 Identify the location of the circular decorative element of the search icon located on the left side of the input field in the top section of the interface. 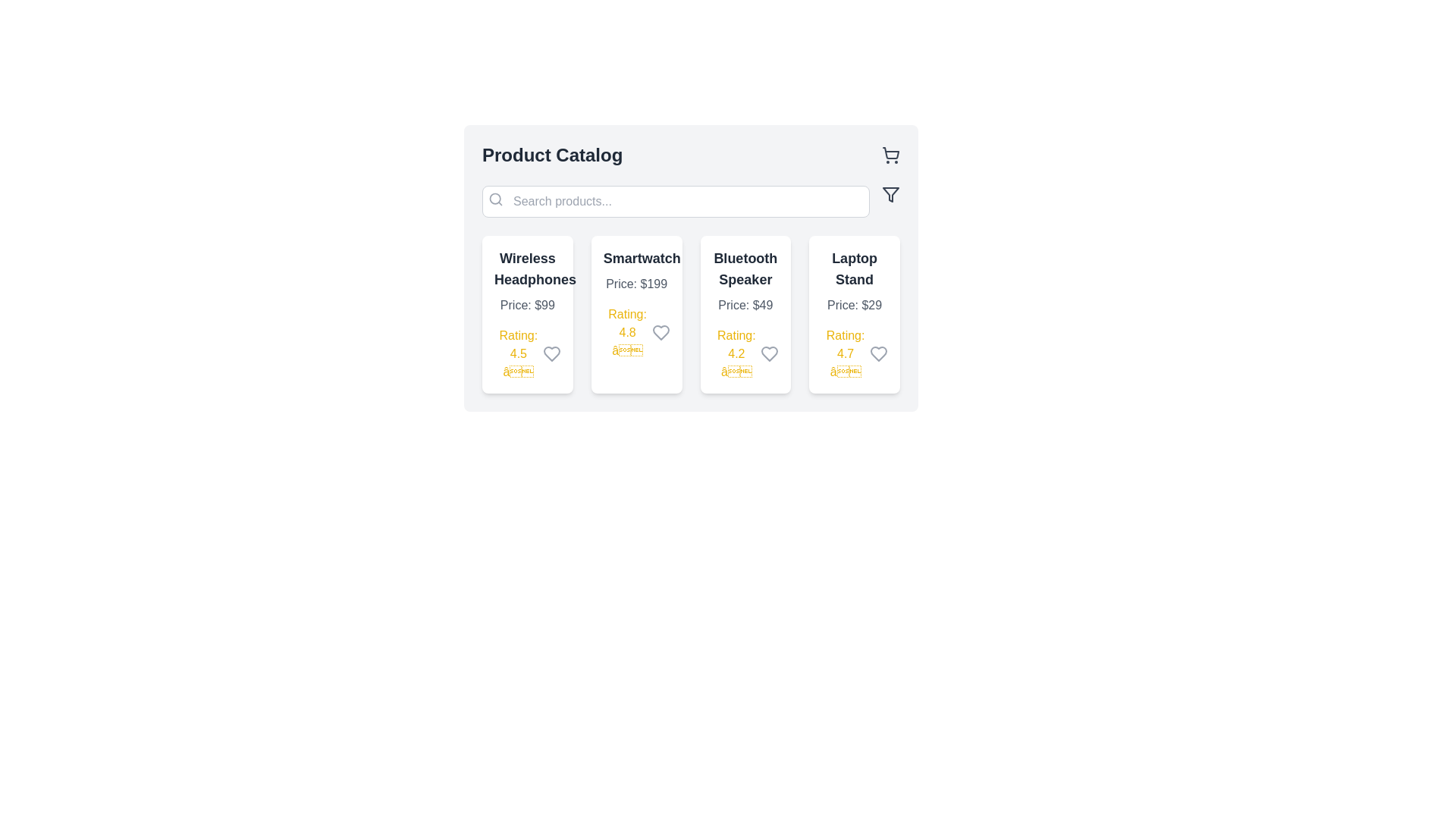
(495, 198).